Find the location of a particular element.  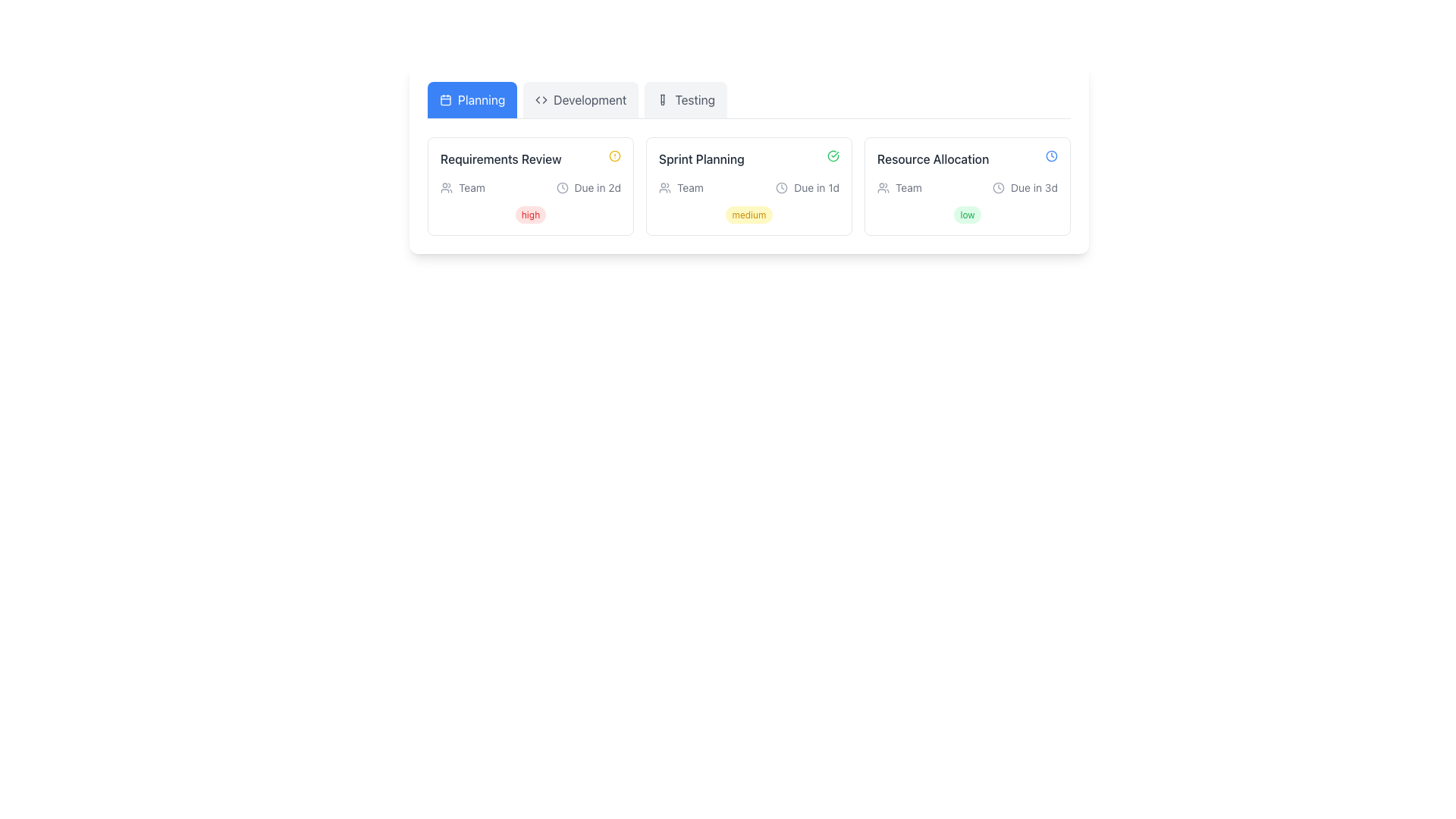

the small rounded rectangle label with a light red background and red text that reads 'high' located in the 'Requirements Review' section of the 'Planning' tab is located at coordinates (531, 215).